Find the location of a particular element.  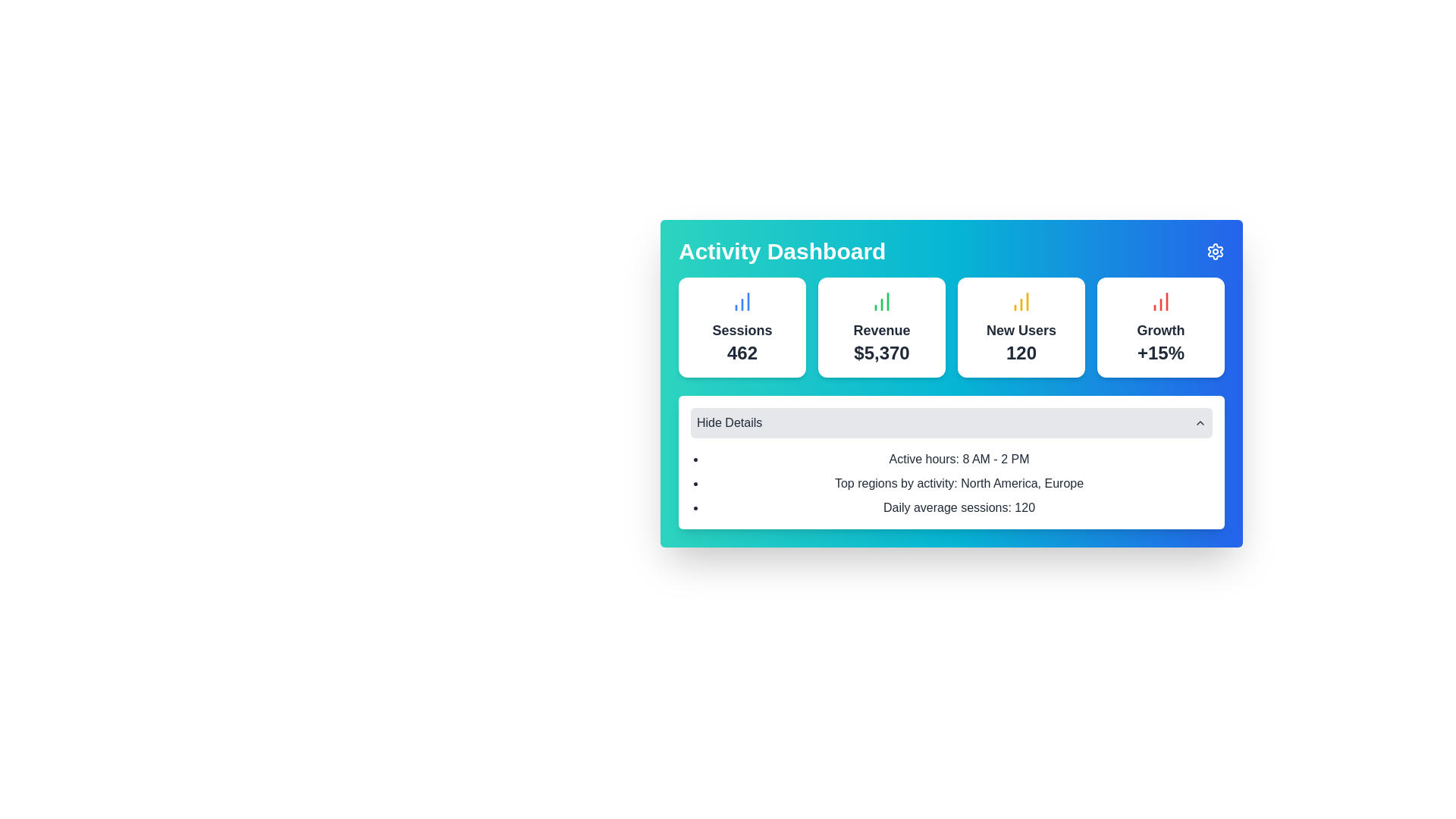

the text label reading 'New Users', which is styled in bold and positioned above the numeric value '120' in the third panel of a four-panel layout is located at coordinates (1021, 329).